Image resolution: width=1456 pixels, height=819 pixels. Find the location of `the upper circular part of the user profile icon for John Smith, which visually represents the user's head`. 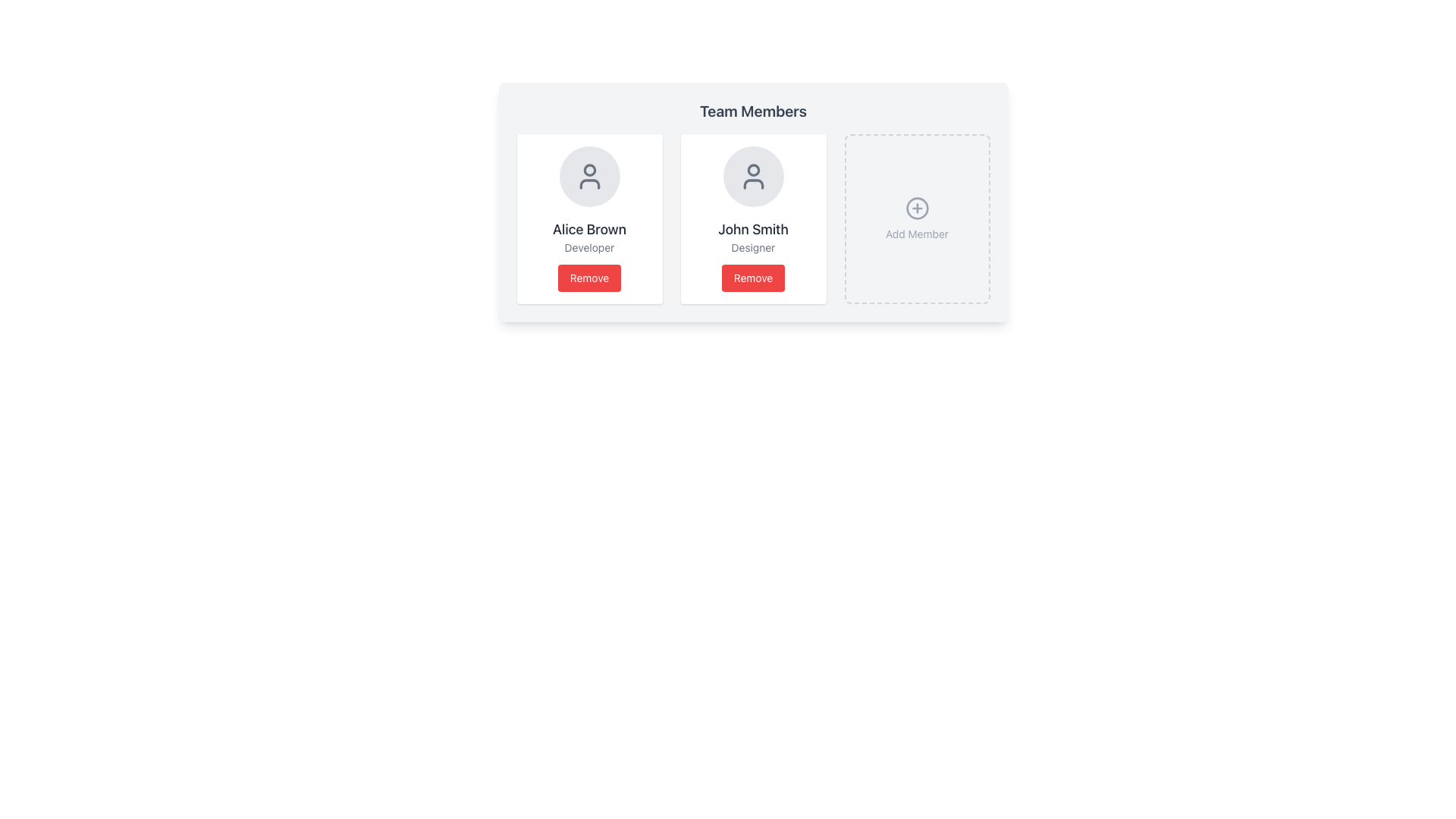

the upper circular part of the user profile icon for John Smith, which visually represents the user's head is located at coordinates (753, 170).